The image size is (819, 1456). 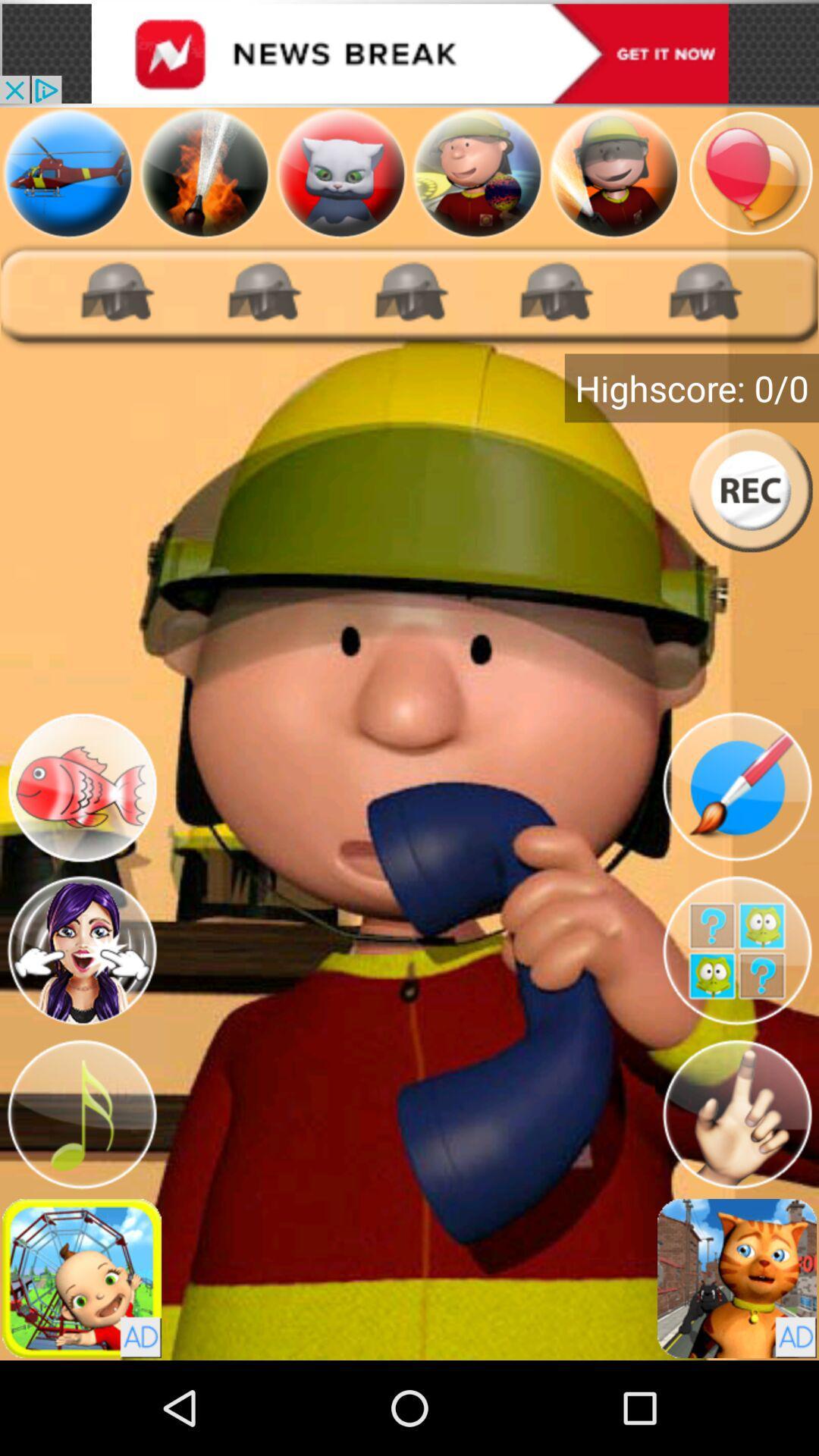 What do you see at coordinates (82, 1018) in the screenshot?
I see `the avatar icon` at bounding box center [82, 1018].